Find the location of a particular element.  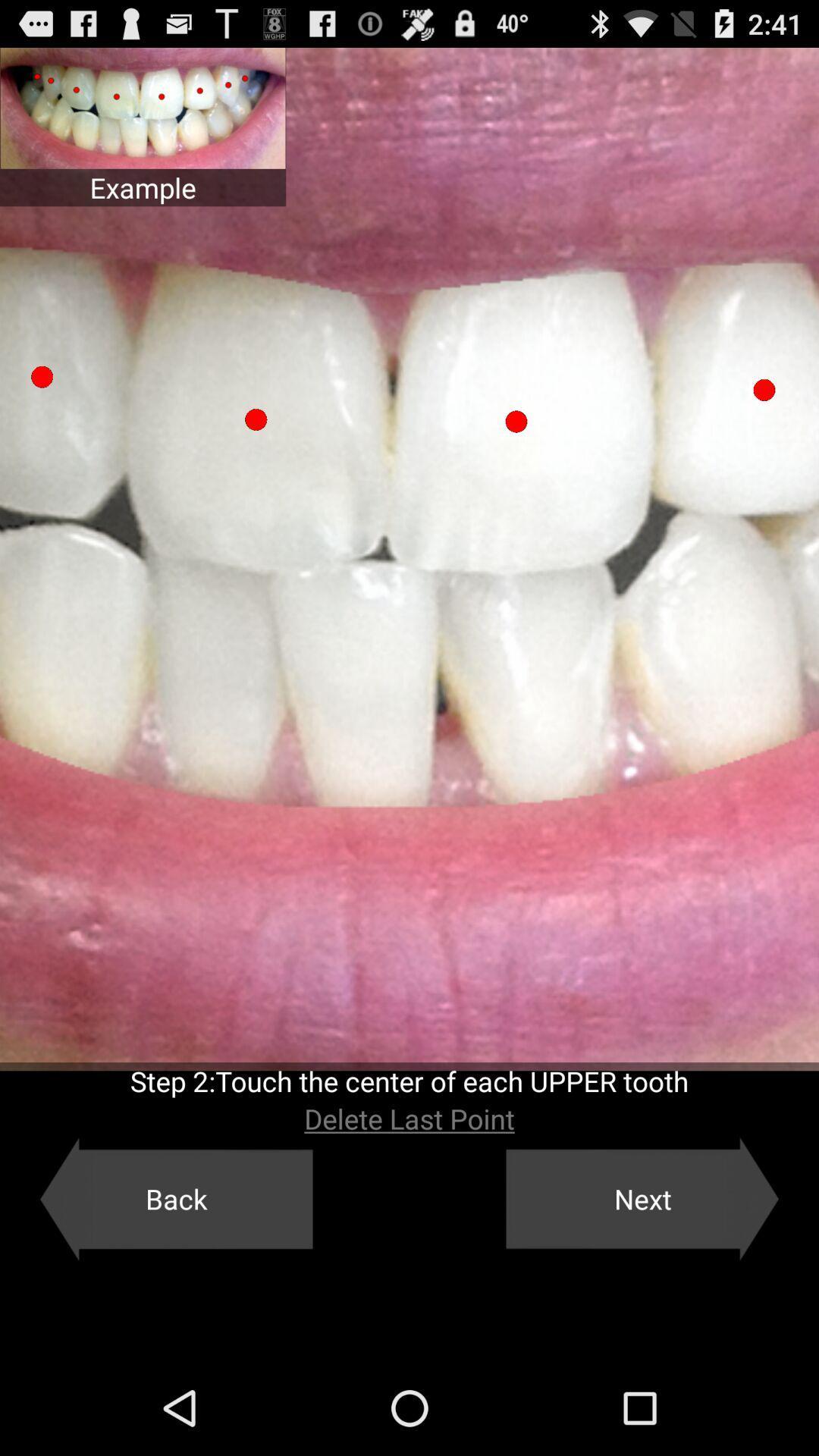

item at the bottom left corner is located at coordinates (175, 1198).